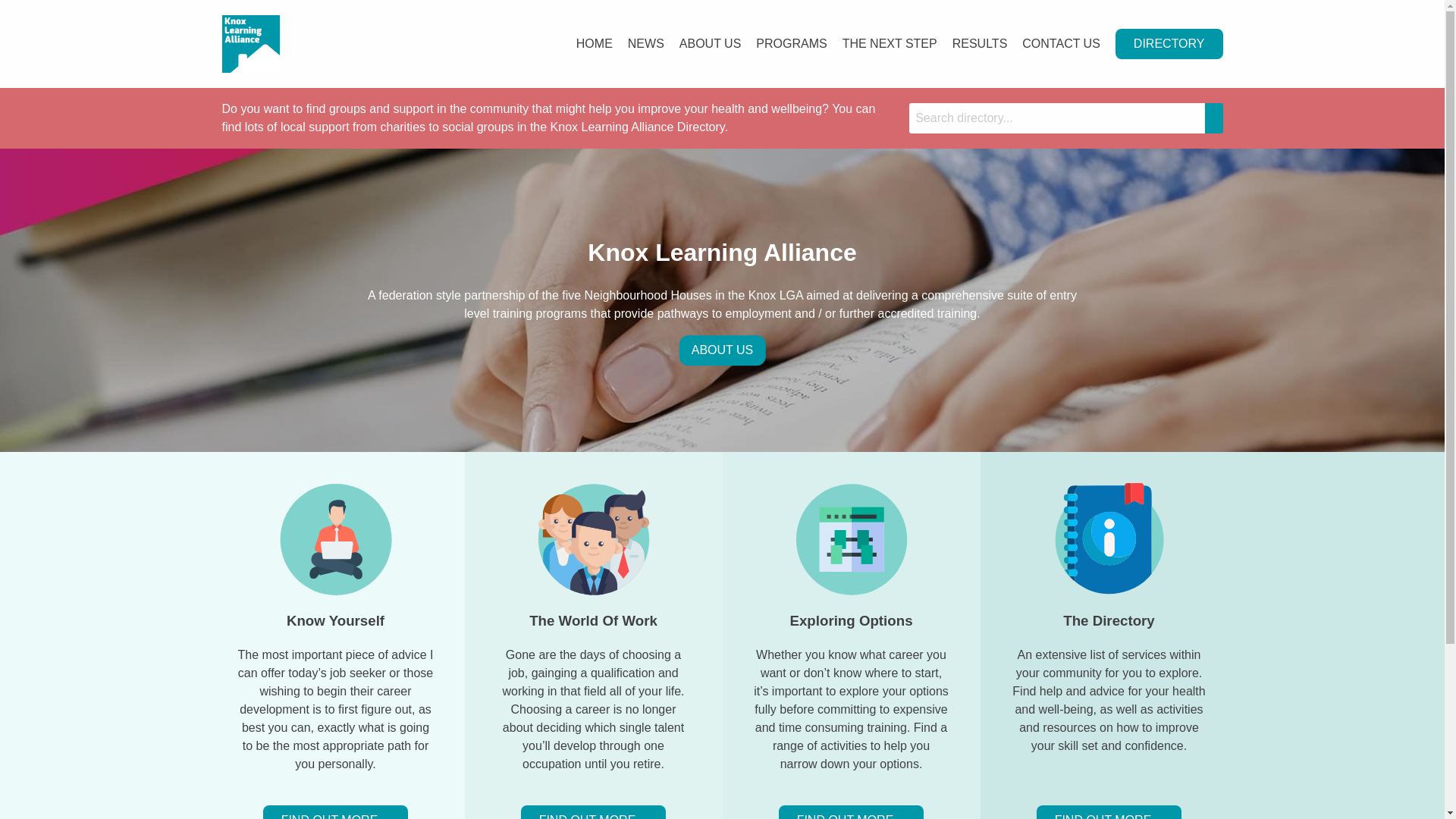  What do you see at coordinates (1168, 42) in the screenshot?
I see `'DIRECTORY'` at bounding box center [1168, 42].